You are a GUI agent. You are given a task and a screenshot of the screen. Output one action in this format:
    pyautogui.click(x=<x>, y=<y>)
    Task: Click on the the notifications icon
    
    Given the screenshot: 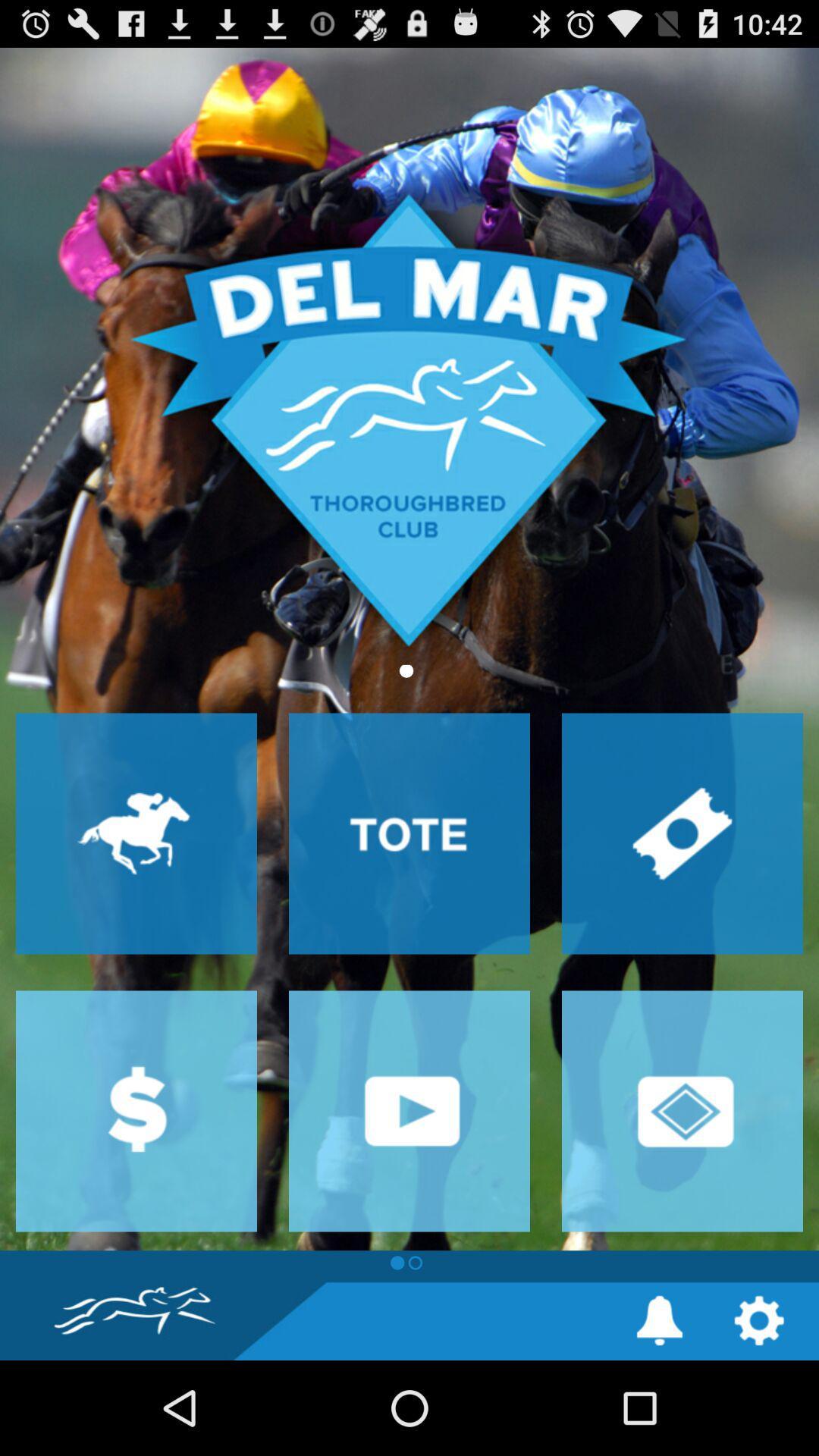 What is the action you would take?
    pyautogui.click(x=659, y=1412)
    